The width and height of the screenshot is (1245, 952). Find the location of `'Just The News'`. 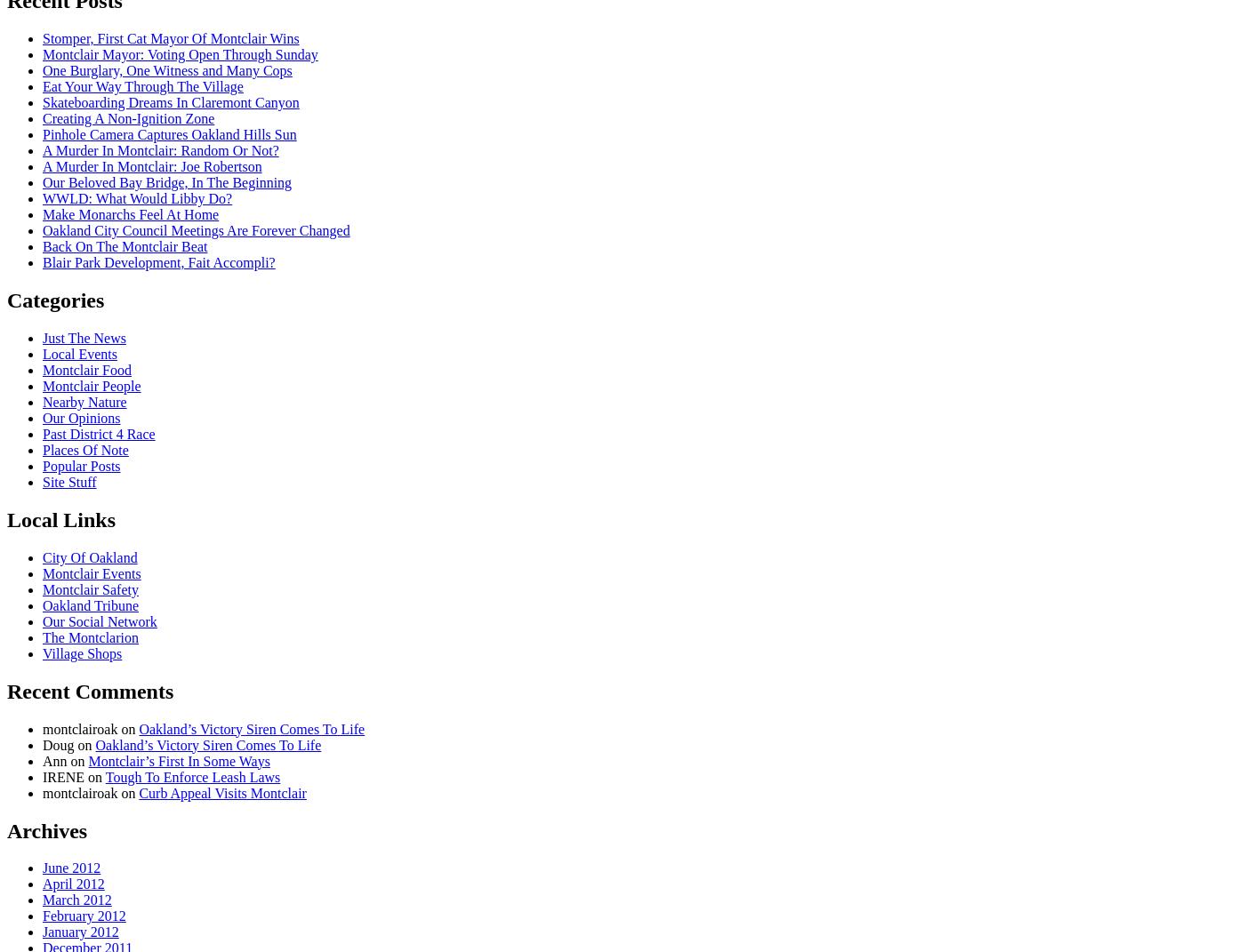

'Just The News' is located at coordinates (84, 337).